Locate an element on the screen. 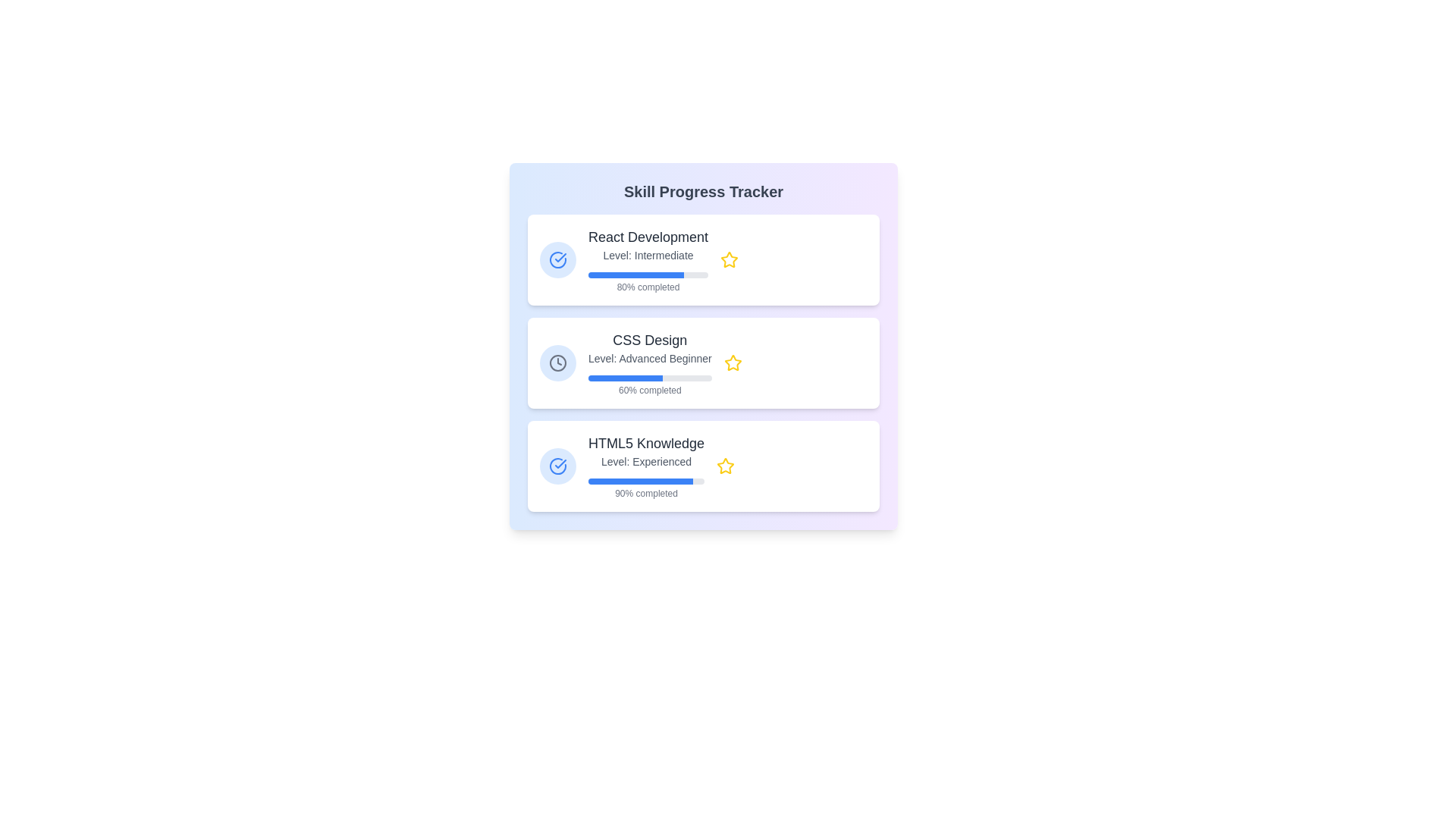 The width and height of the screenshot is (1456, 819). the progress bar representing 60% completion for the CSS Design skill, located beneath the text 'CSS Design' and above the label '60% completed.' is located at coordinates (650, 377).